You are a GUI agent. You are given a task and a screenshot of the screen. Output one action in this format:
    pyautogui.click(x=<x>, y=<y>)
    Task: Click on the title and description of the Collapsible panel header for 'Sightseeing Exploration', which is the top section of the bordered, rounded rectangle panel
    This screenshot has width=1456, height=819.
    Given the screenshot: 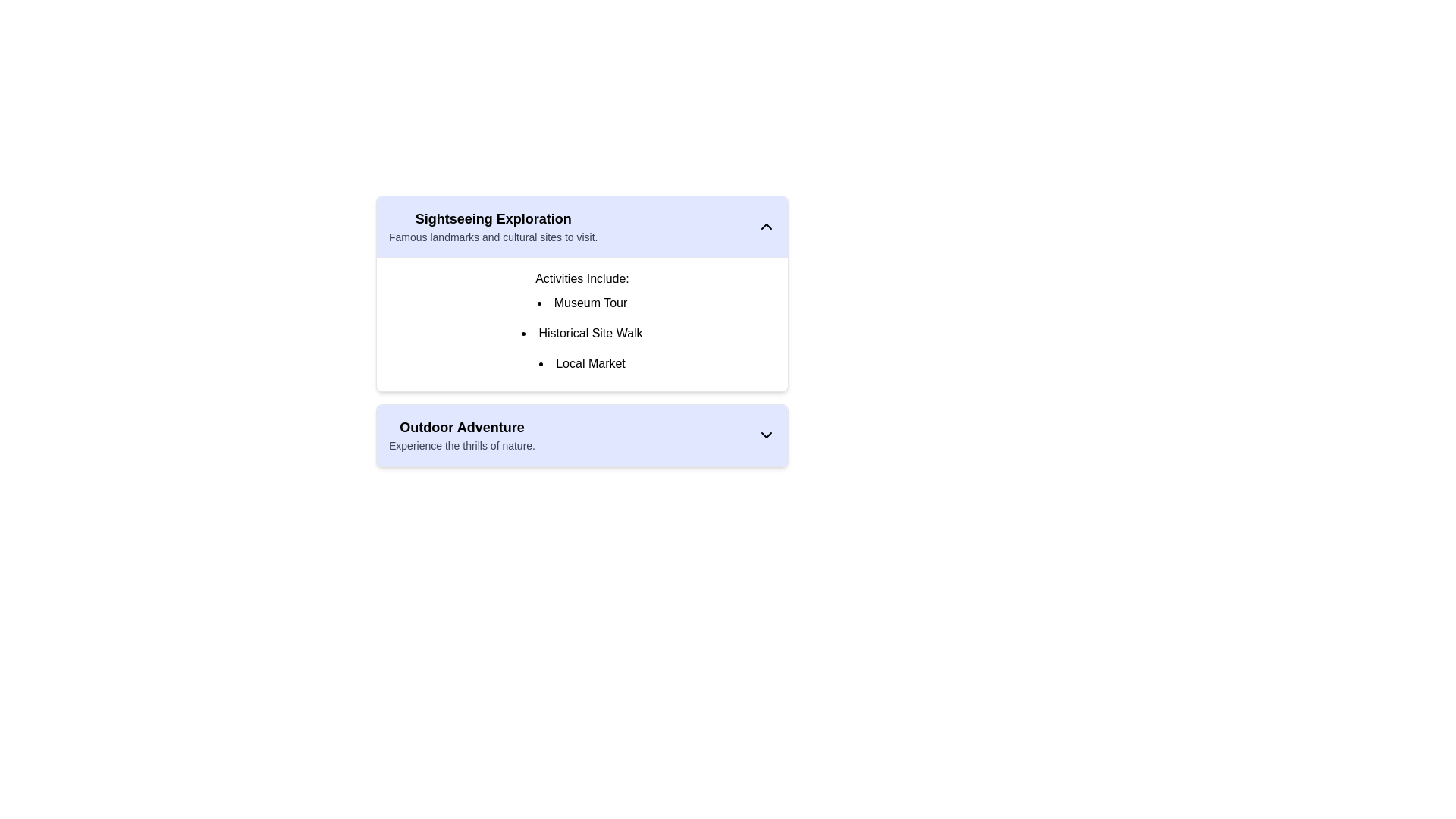 What is the action you would take?
    pyautogui.click(x=582, y=227)
    